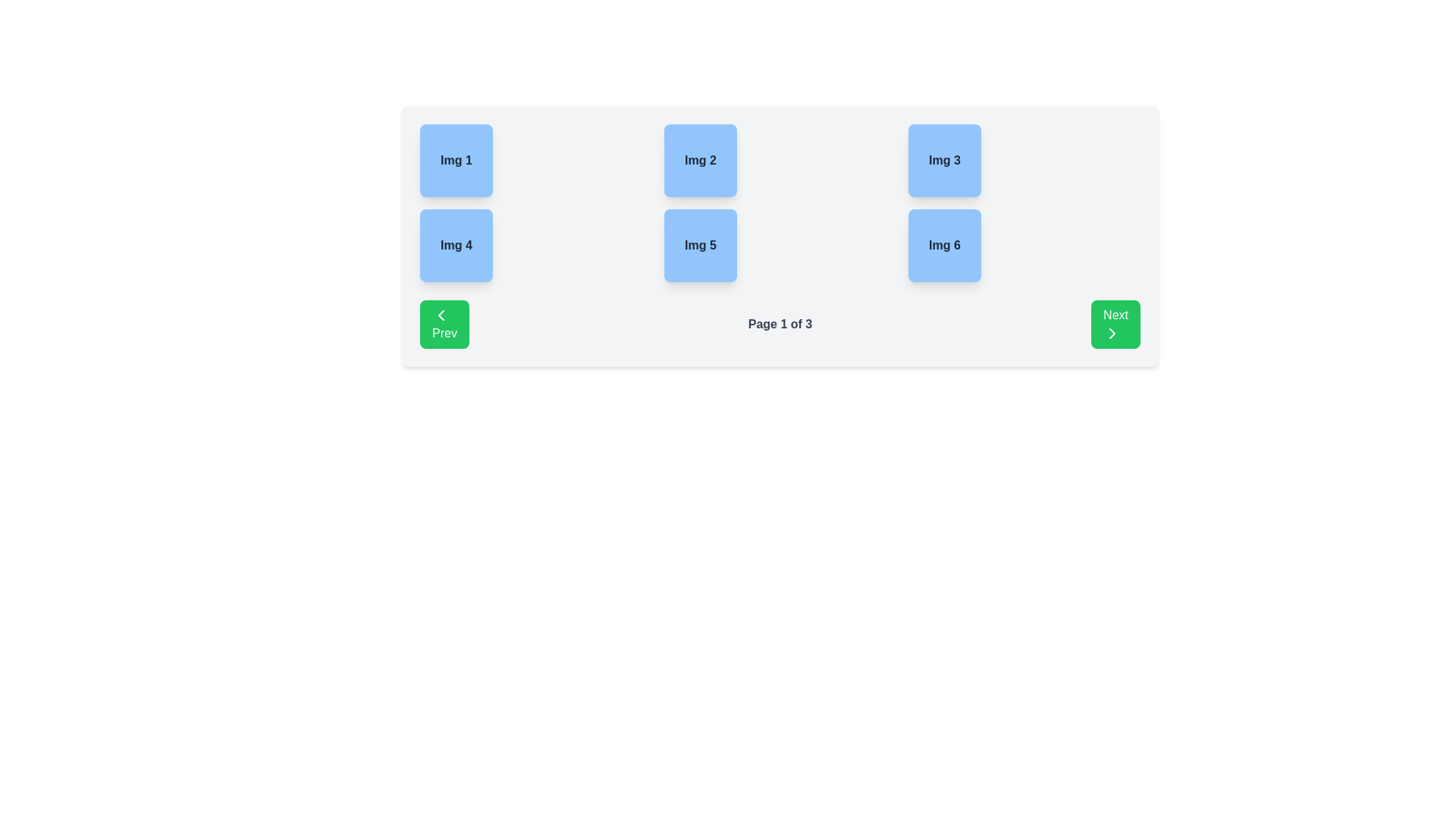 The image size is (1456, 819). I want to click on the backward navigation icon located within the 'Prev' button at the bottom left corner of the interface, so click(440, 315).